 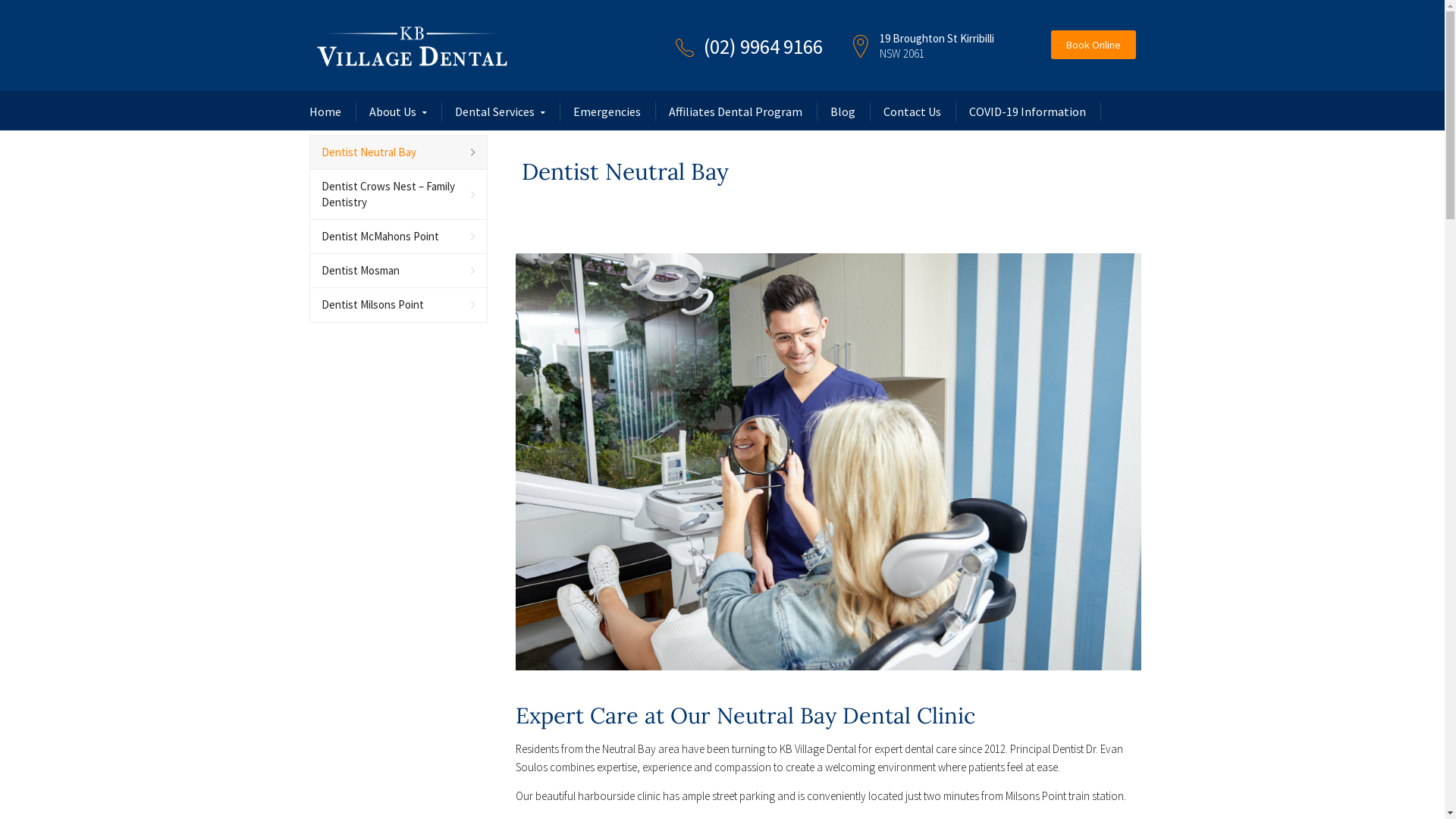 I want to click on 'COVID-19 Information', so click(x=1027, y=110).